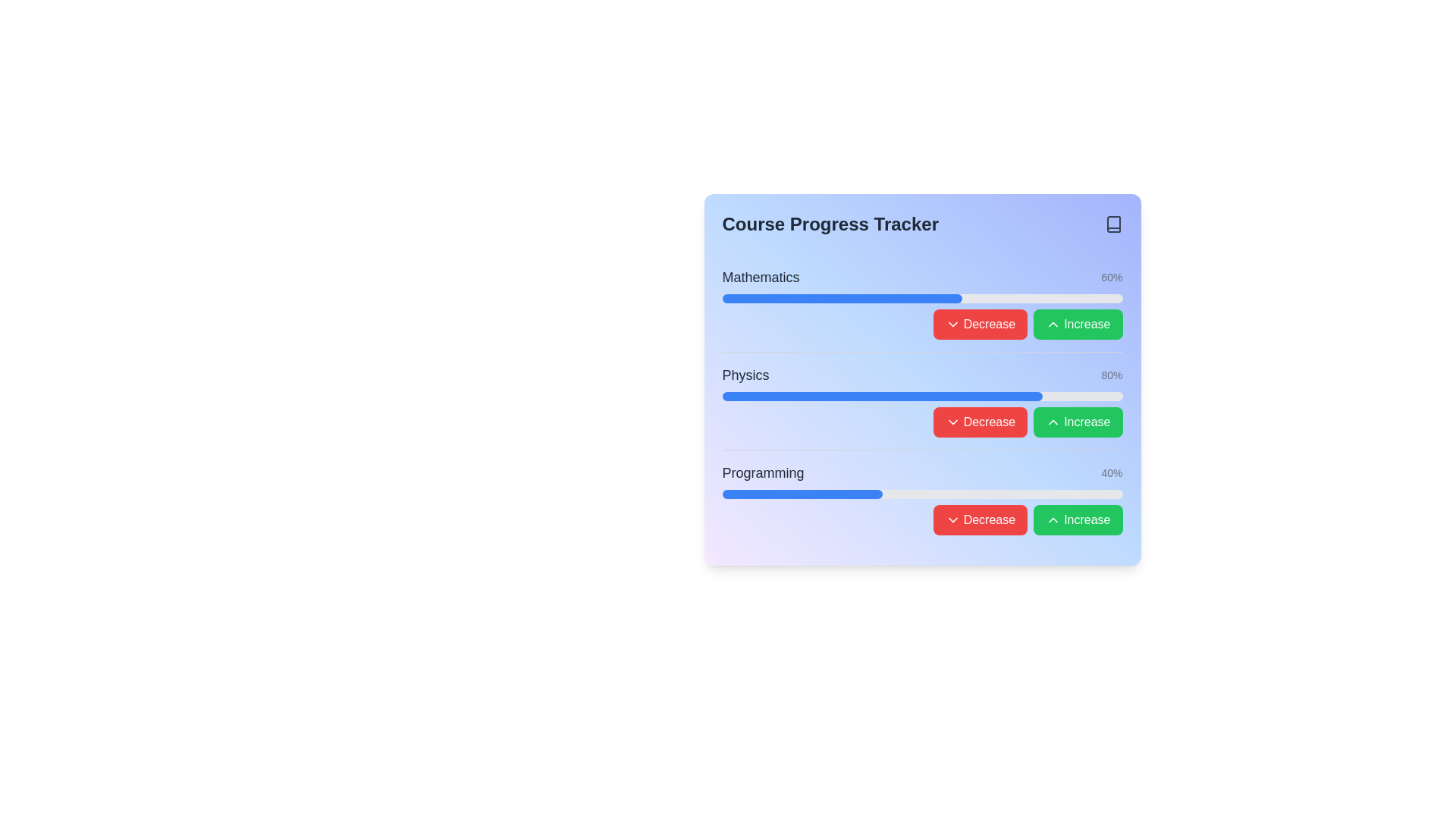 The image size is (1456, 819). Describe the element at coordinates (952, 324) in the screenshot. I see `the downward-pointing chevron icon within the red 'Decrease' button, which indicates a decrease action` at that location.